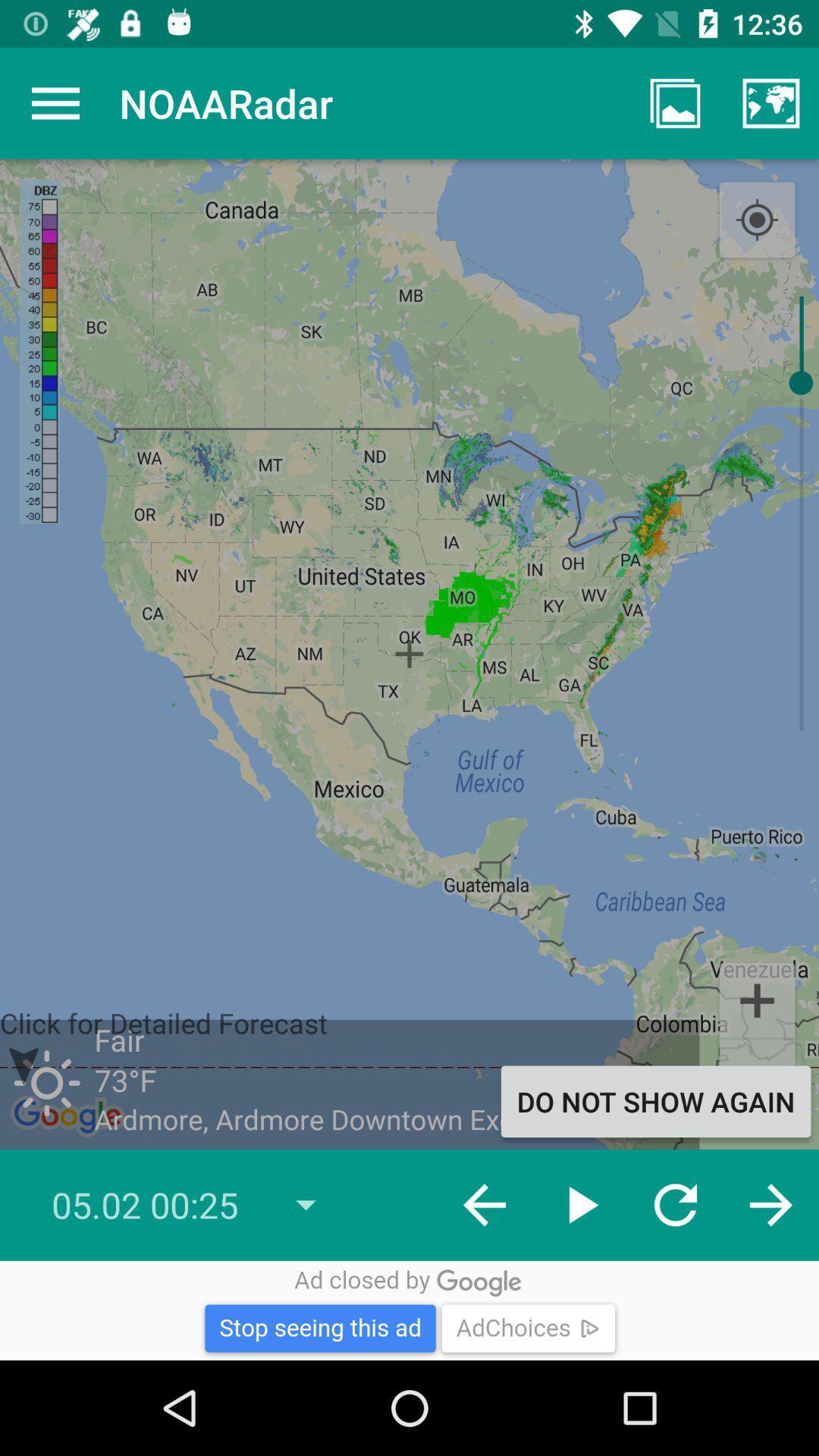 This screenshot has width=819, height=1456. I want to click on the location_crosshair icon, so click(757, 220).